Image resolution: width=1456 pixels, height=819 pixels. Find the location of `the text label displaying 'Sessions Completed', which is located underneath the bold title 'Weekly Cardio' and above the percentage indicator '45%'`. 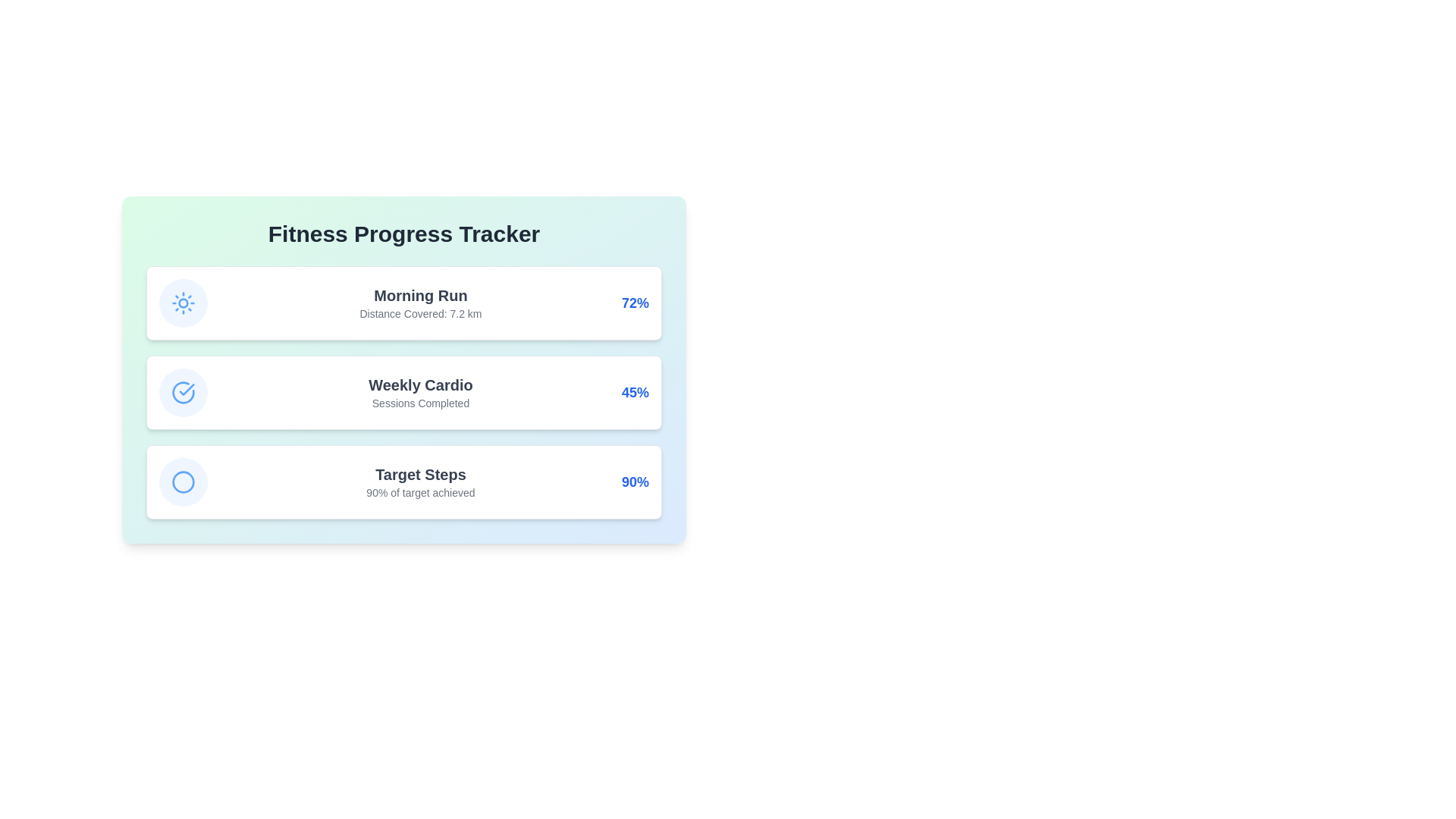

the text label displaying 'Sessions Completed', which is located underneath the bold title 'Weekly Cardio' and above the percentage indicator '45%' is located at coordinates (421, 403).